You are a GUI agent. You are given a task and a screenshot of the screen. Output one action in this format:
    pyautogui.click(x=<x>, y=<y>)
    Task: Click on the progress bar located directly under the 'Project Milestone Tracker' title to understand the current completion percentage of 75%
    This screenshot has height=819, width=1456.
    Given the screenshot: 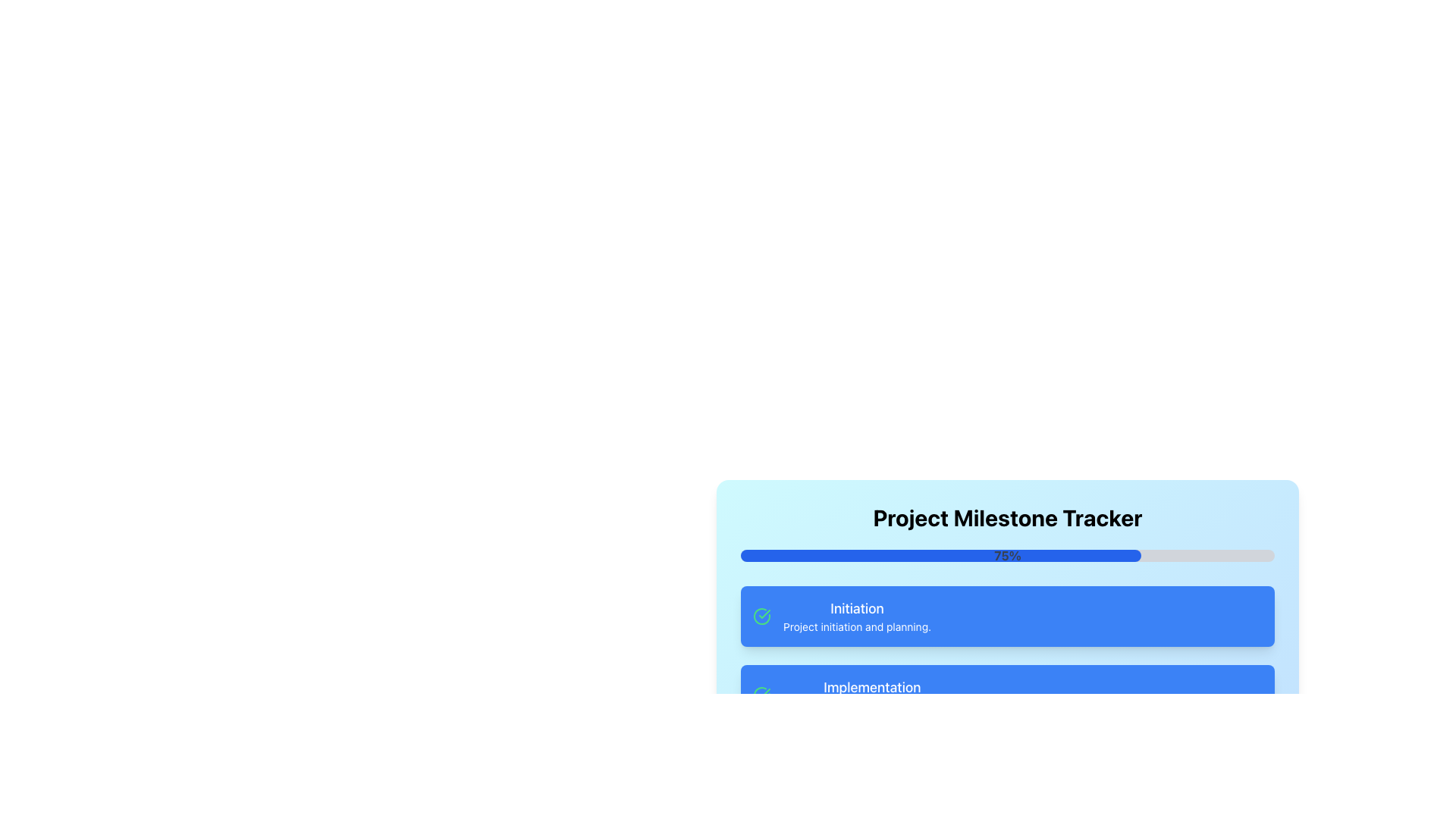 What is the action you would take?
    pyautogui.click(x=1008, y=555)
    